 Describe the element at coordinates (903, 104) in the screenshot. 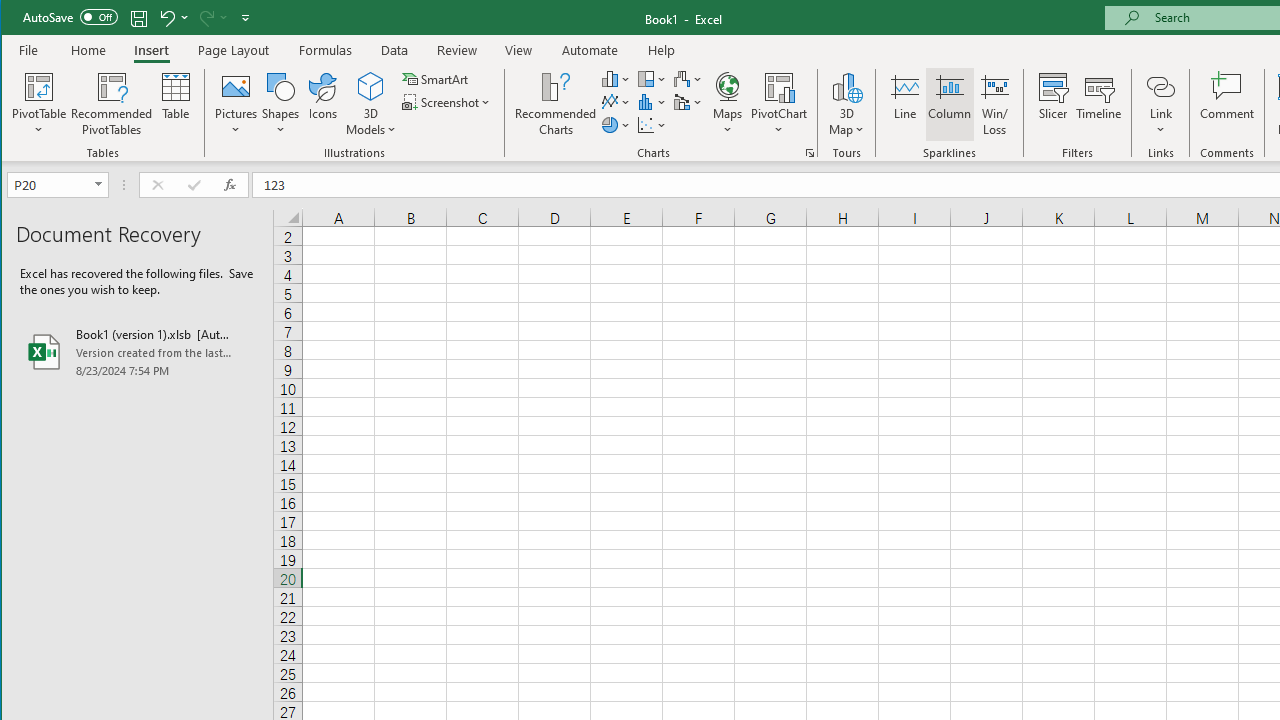

I see `'Line'` at that location.